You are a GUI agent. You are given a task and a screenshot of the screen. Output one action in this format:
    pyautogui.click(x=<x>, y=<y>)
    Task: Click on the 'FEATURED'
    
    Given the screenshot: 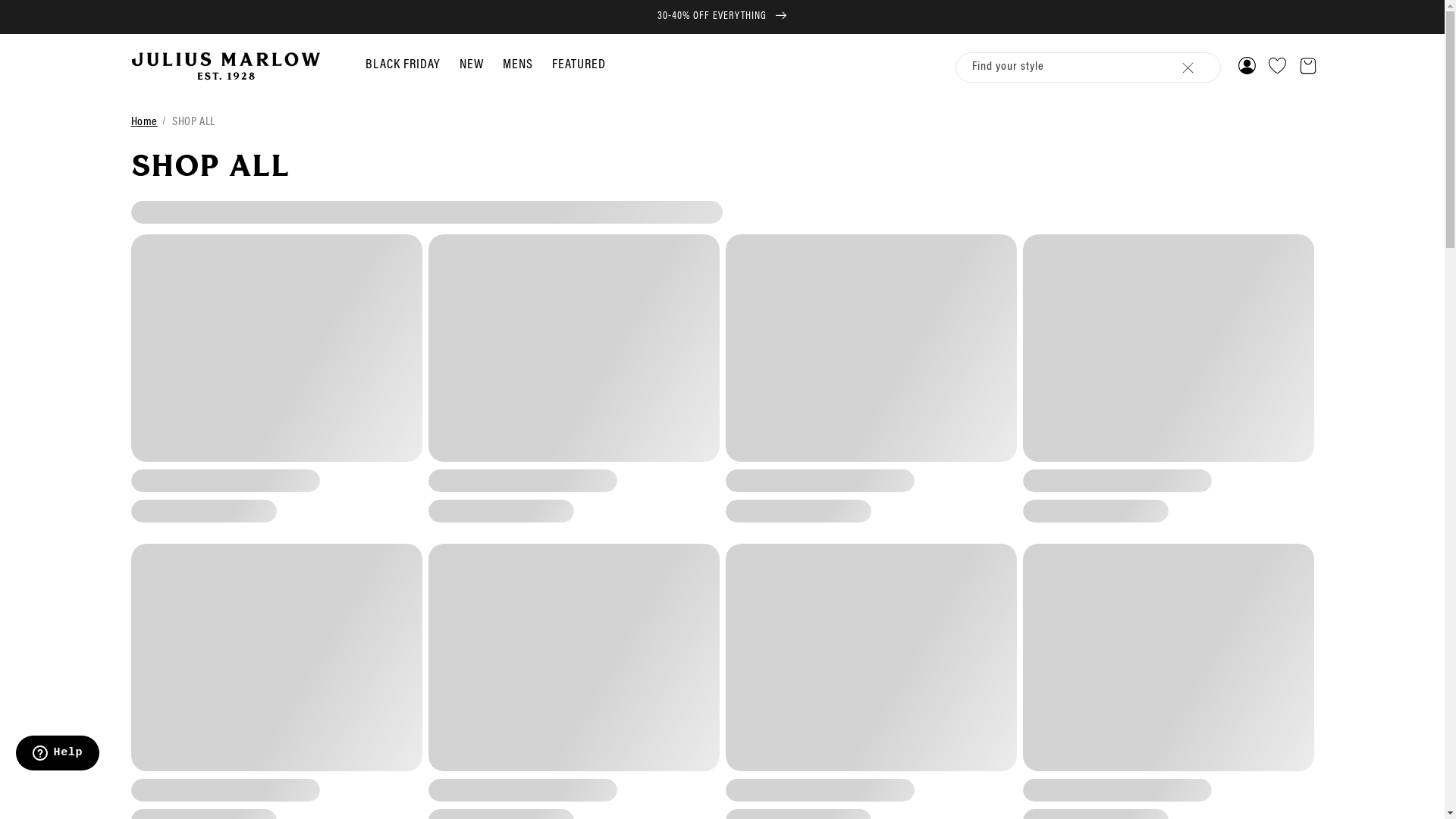 What is the action you would take?
    pyautogui.click(x=578, y=64)
    